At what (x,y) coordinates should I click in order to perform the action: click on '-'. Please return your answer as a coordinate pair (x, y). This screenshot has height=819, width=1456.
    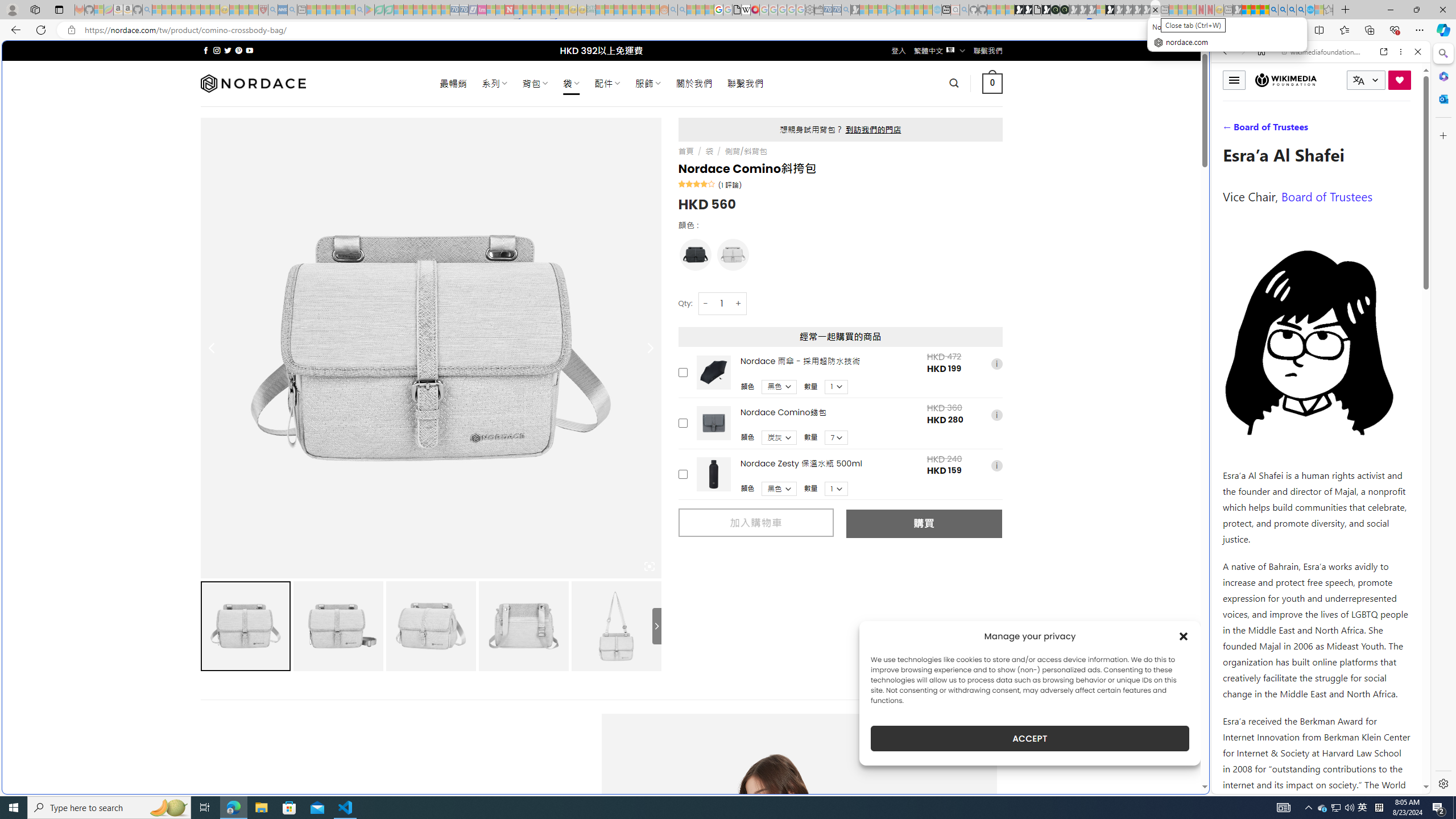
    Looking at the image, I should click on (705, 303).